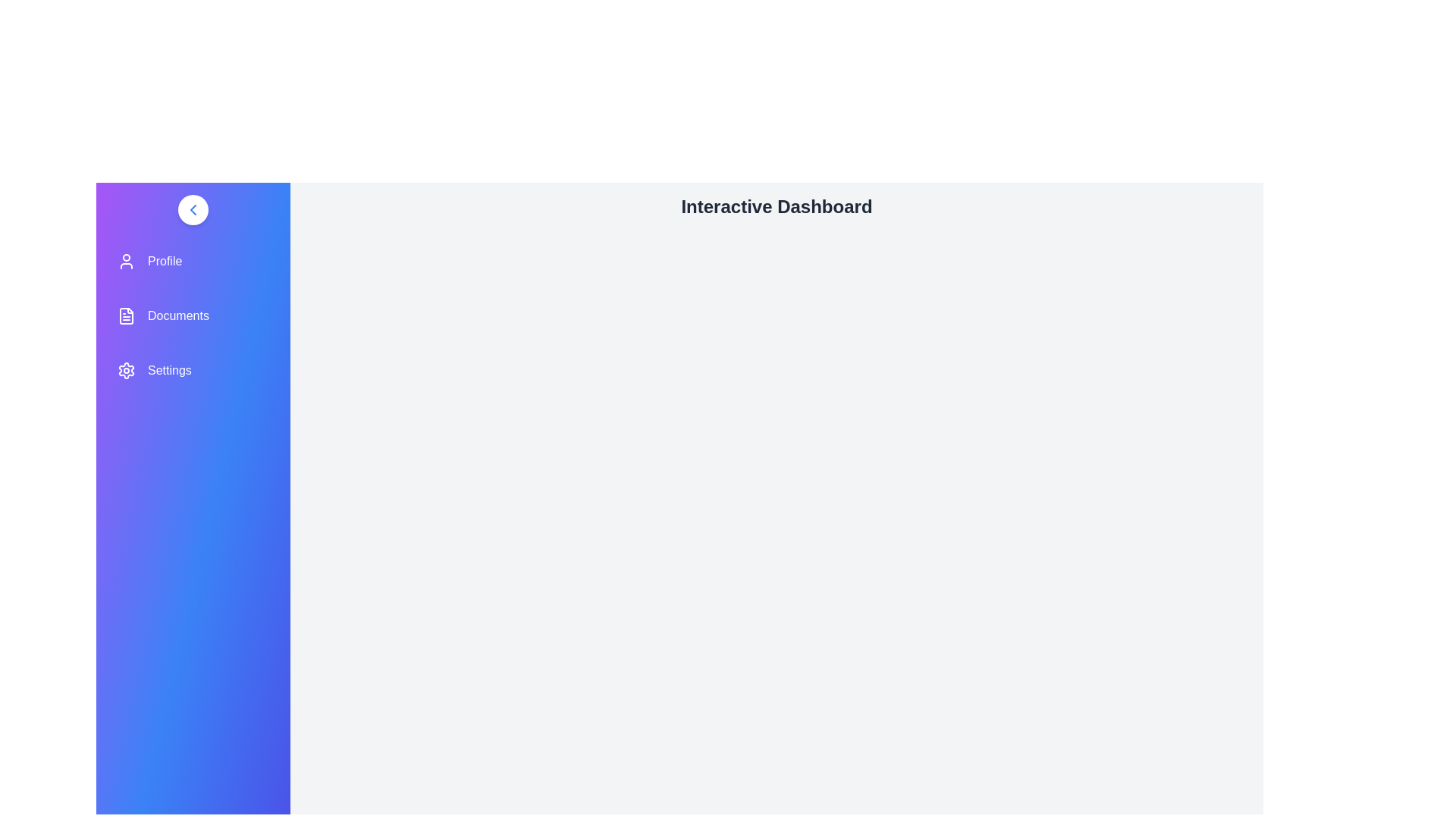 The width and height of the screenshot is (1456, 819). I want to click on the text 'Interactive Dashboard' to select it, so click(777, 207).